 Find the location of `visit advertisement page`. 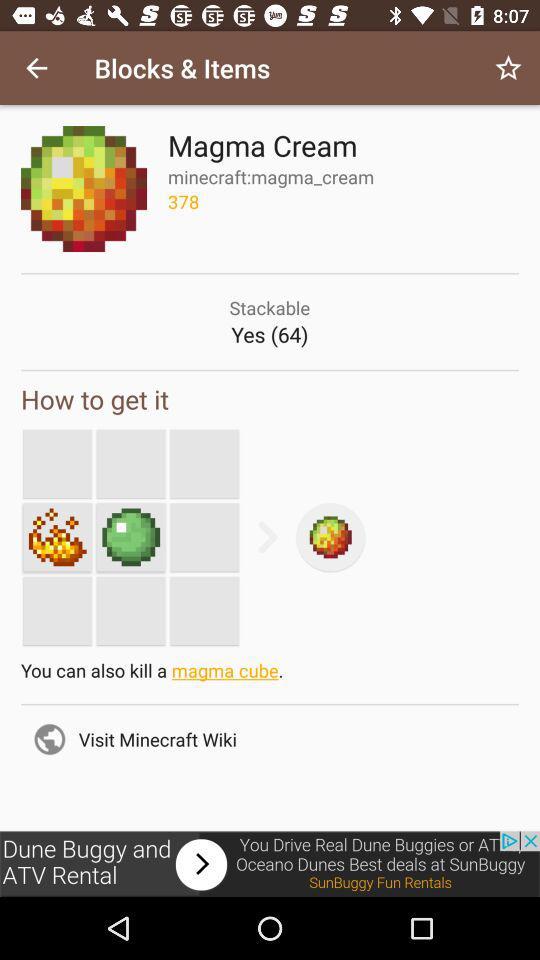

visit advertisement page is located at coordinates (270, 863).